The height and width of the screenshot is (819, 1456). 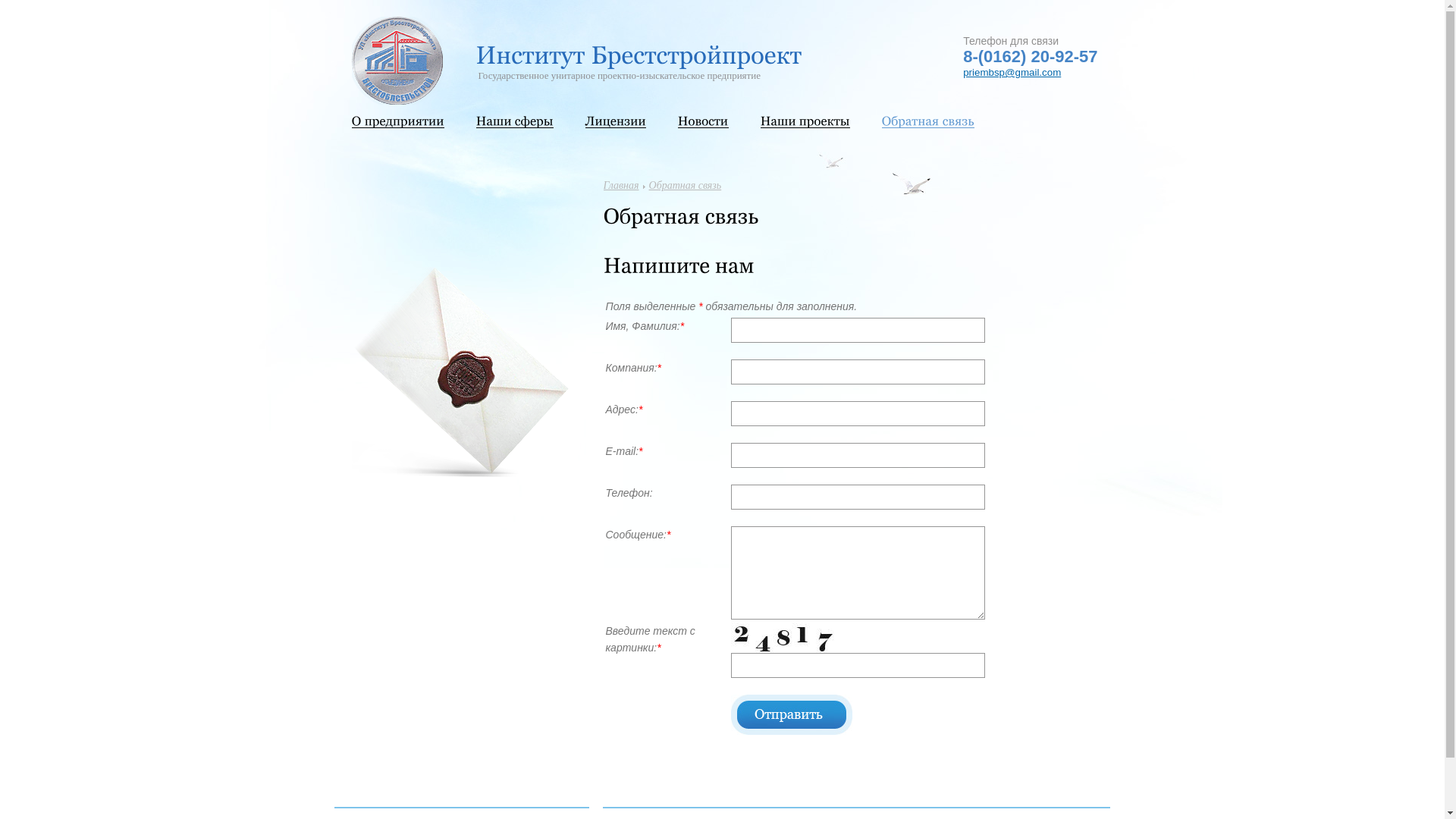 What do you see at coordinates (1012, 72) in the screenshot?
I see `'priembsp@gmail.com'` at bounding box center [1012, 72].